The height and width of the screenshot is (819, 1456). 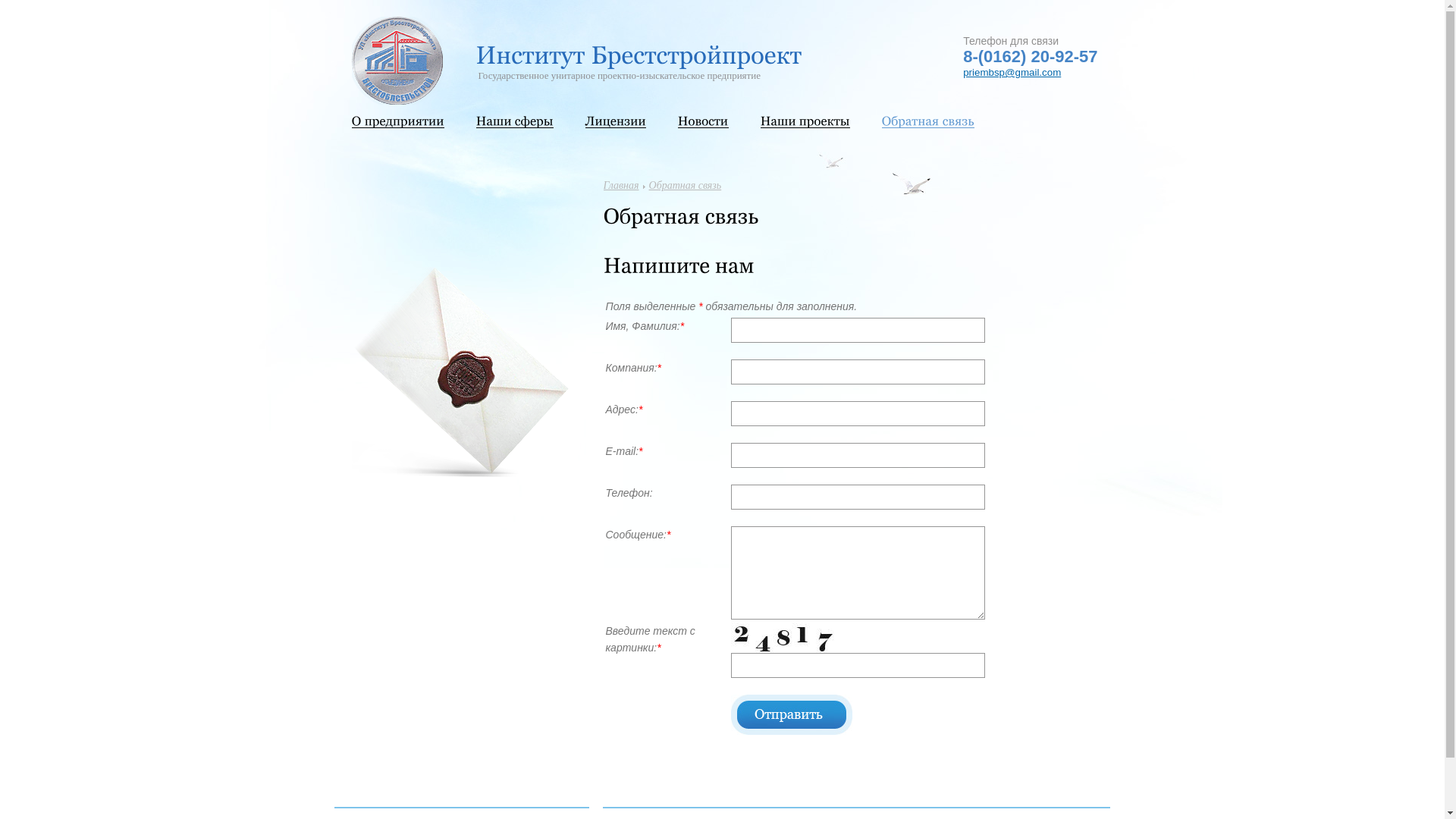 What do you see at coordinates (1012, 72) in the screenshot?
I see `'priembsp@gmail.com'` at bounding box center [1012, 72].